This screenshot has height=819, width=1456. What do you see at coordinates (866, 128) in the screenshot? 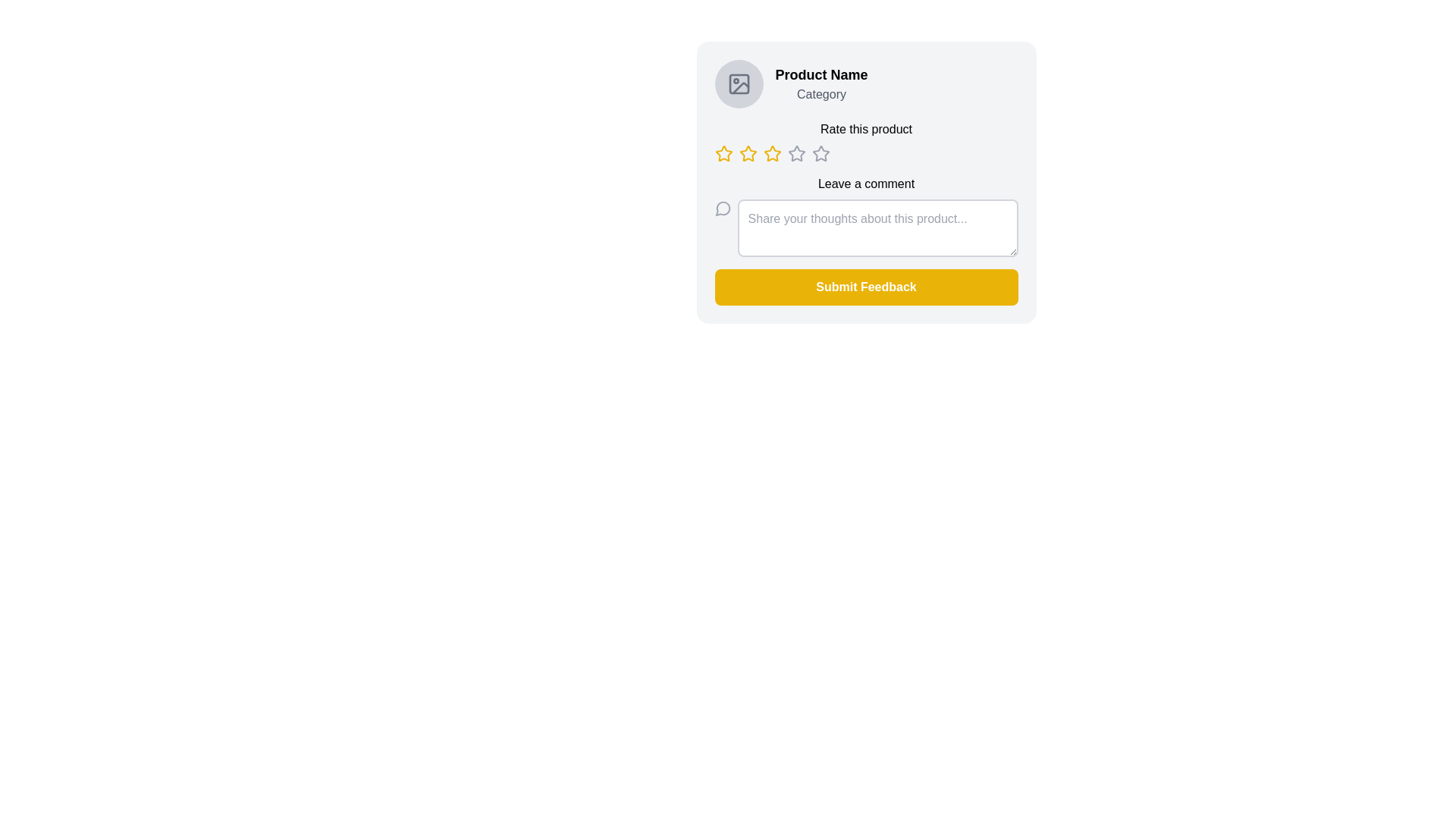
I see `the static text label prompting users to rate the product, which is positioned above the star rating icons` at bounding box center [866, 128].